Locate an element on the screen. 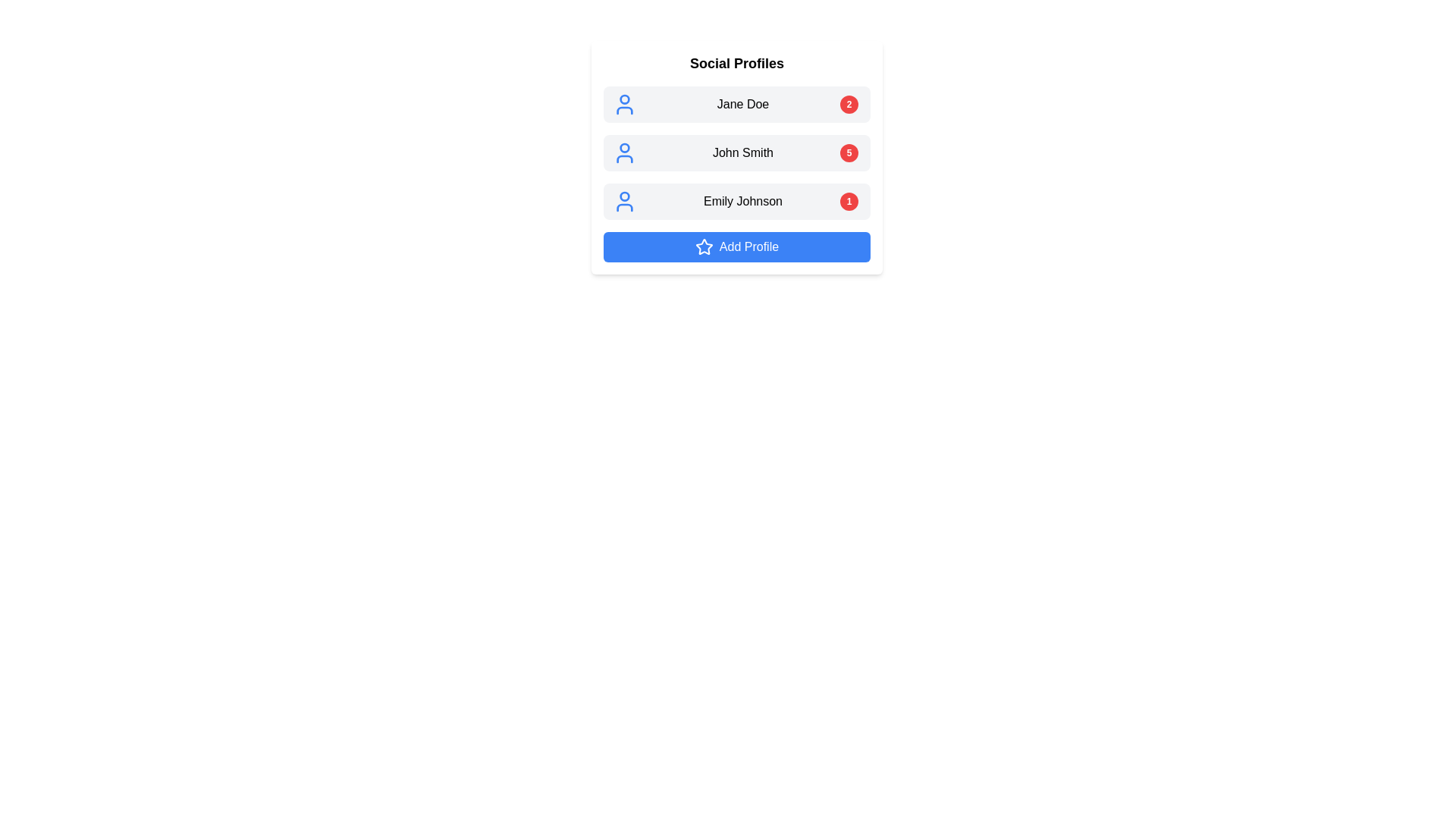 The width and height of the screenshot is (1456, 819). the Decorative Icon representing the user profile for 'John Smith' in the 'Social Profiles' widget is located at coordinates (625, 152).